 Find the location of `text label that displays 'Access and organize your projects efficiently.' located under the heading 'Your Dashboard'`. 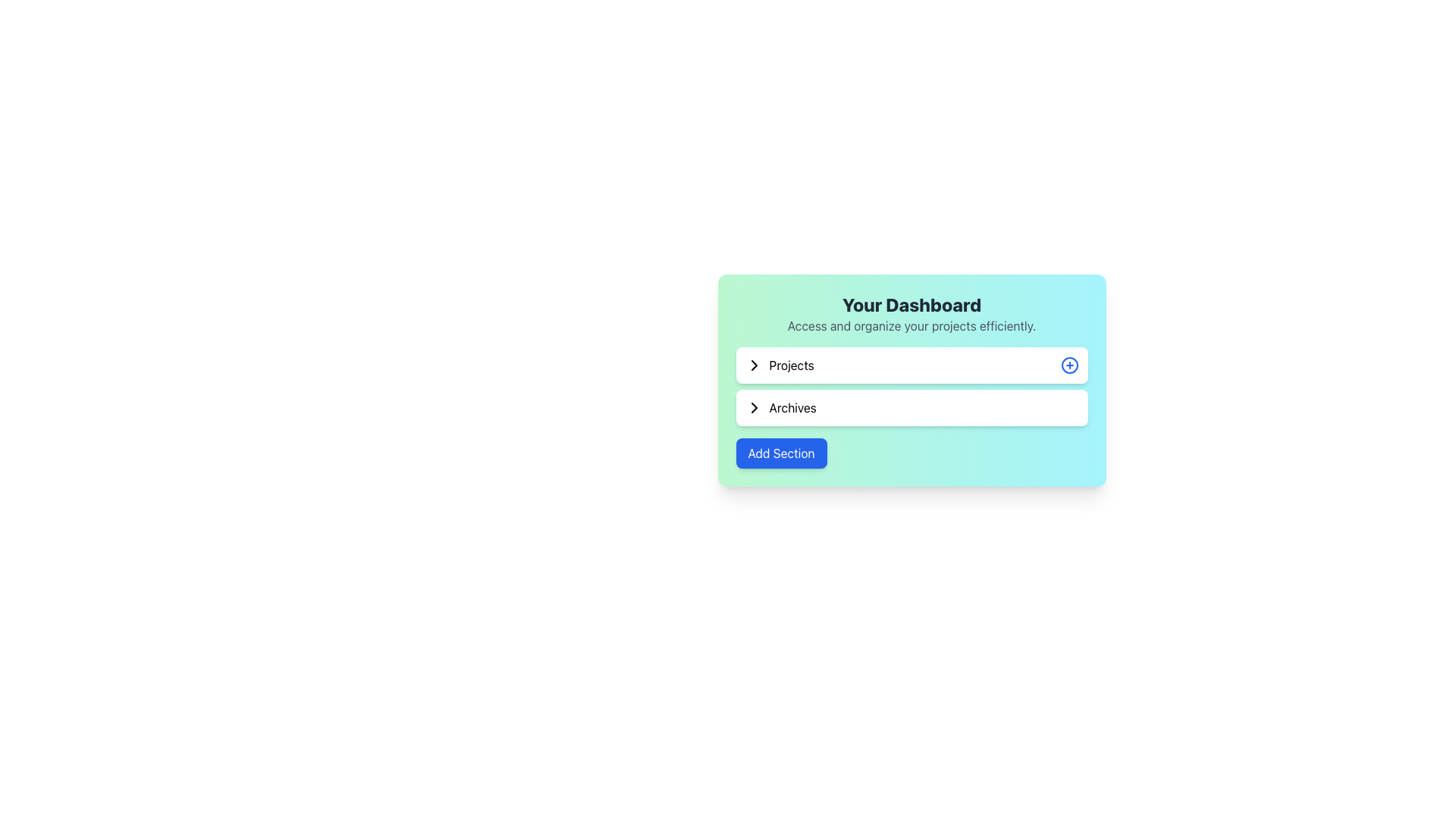

text label that displays 'Access and organize your projects efficiently.' located under the heading 'Your Dashboard' is located at coordinates (911, 325).